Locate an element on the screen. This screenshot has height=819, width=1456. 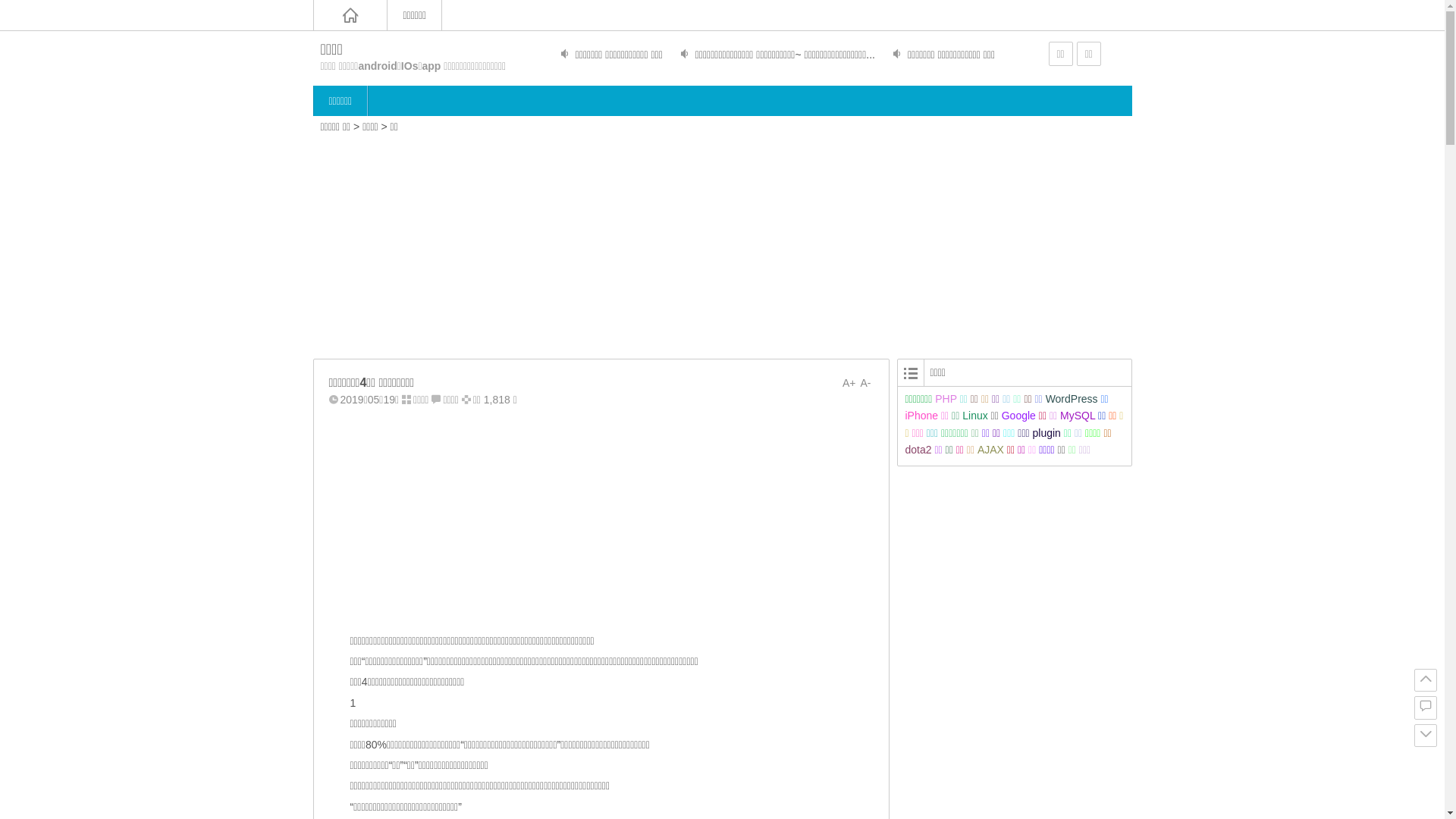
'Linux' is located at coordinates (974, 415).